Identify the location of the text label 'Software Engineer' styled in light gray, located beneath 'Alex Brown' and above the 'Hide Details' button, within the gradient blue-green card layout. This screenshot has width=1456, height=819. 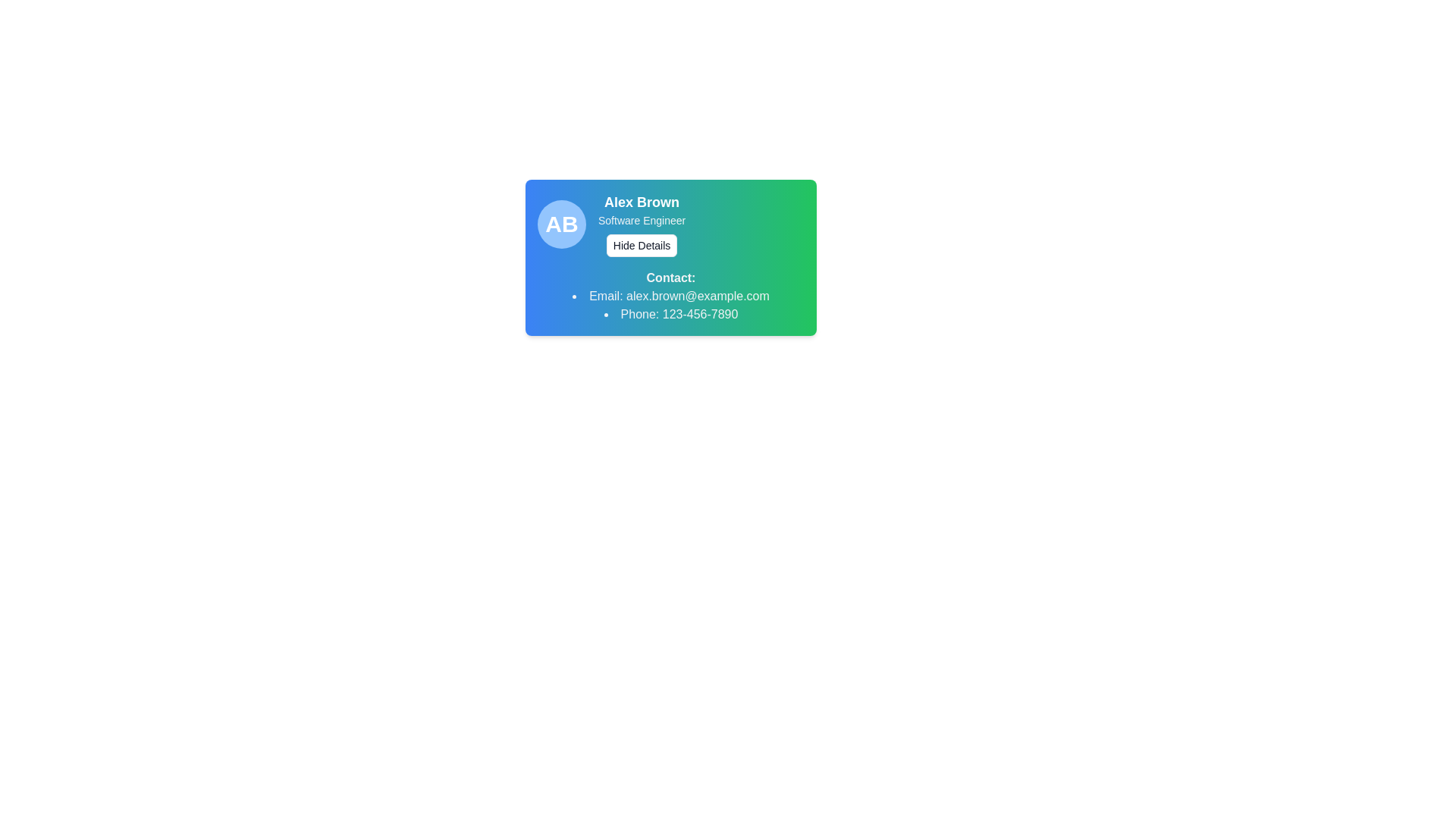
(642, 220).